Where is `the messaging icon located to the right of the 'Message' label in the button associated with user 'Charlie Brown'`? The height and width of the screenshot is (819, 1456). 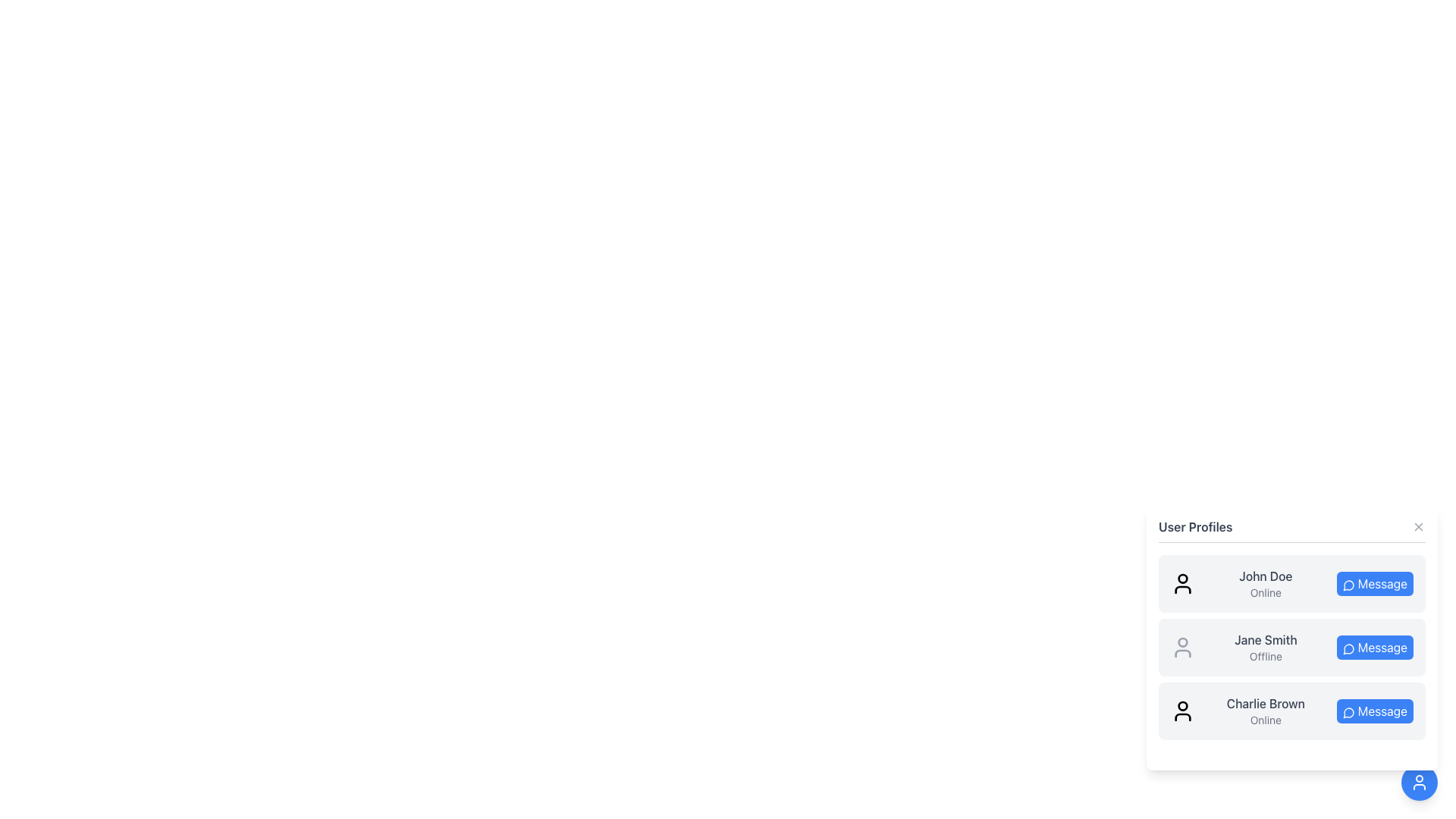
the messaging icon located to the right of the 'Message' label in the button associated with user 'Charlie Brown' is located at coordinates (1348, 712).